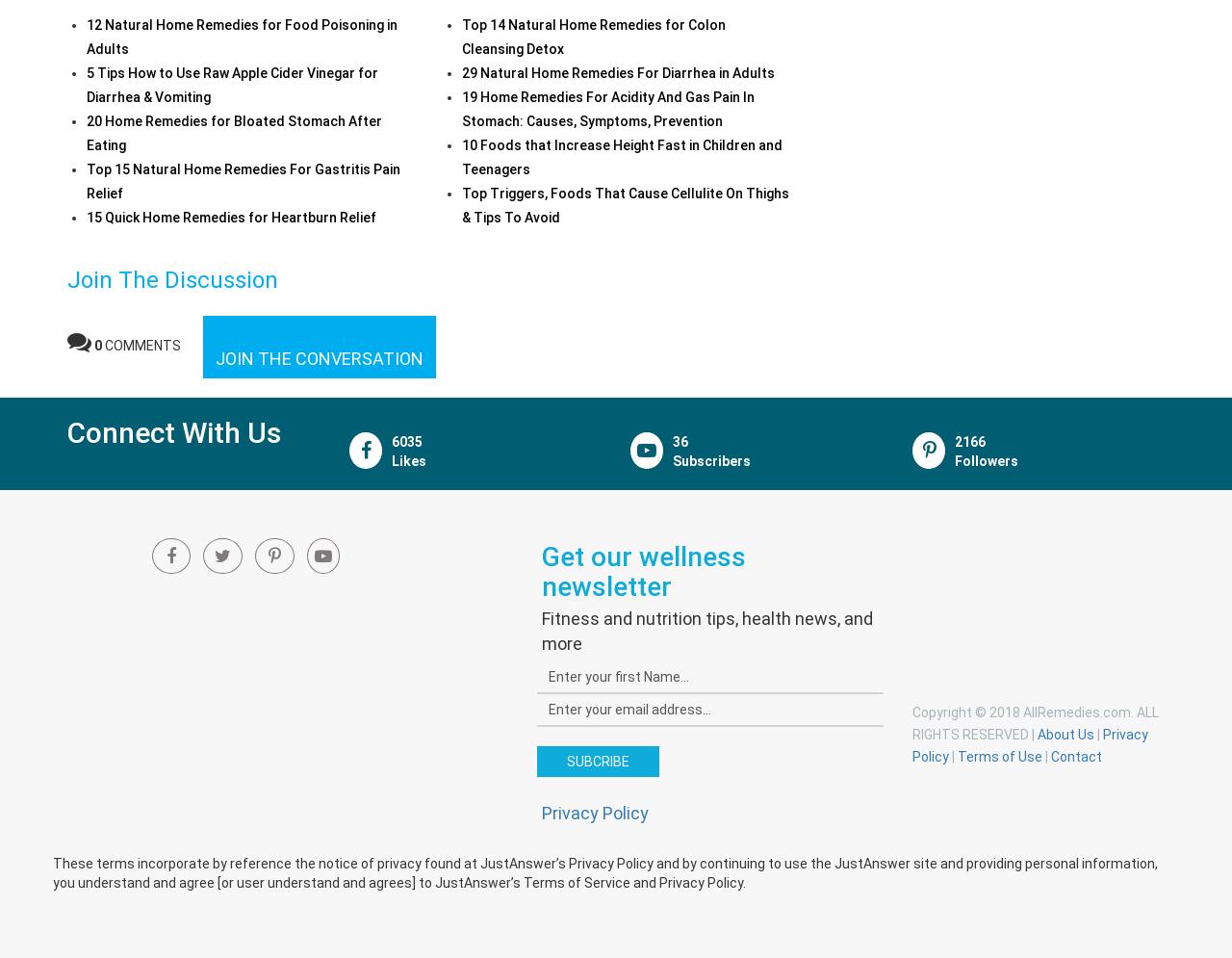 This screenshot has height=958, width=1232. Describe the element at coordinates (673, 439) in the screenshot. I see `'36'` at that location.